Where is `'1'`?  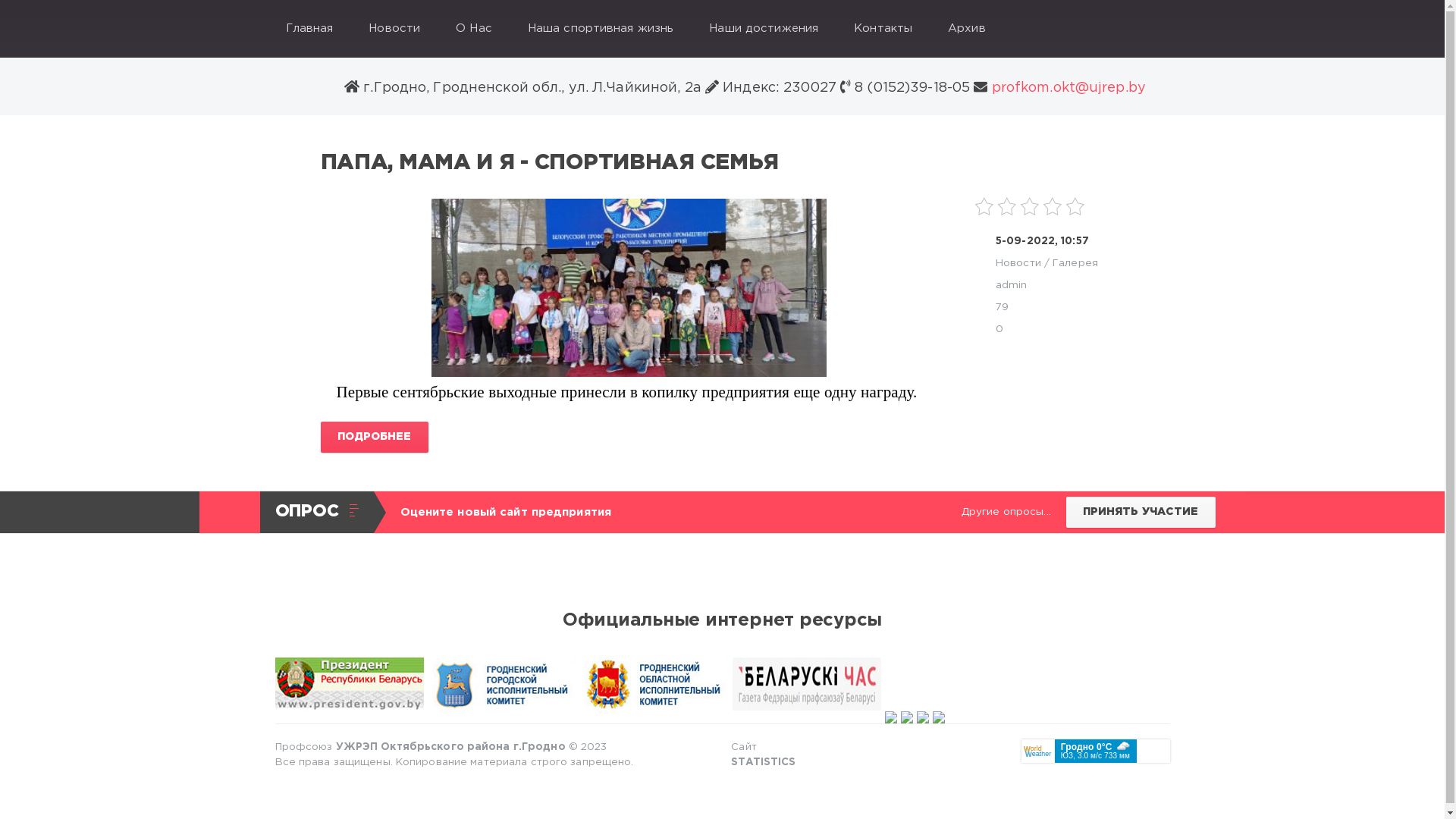 '1' is located at coordinates (984, 206).